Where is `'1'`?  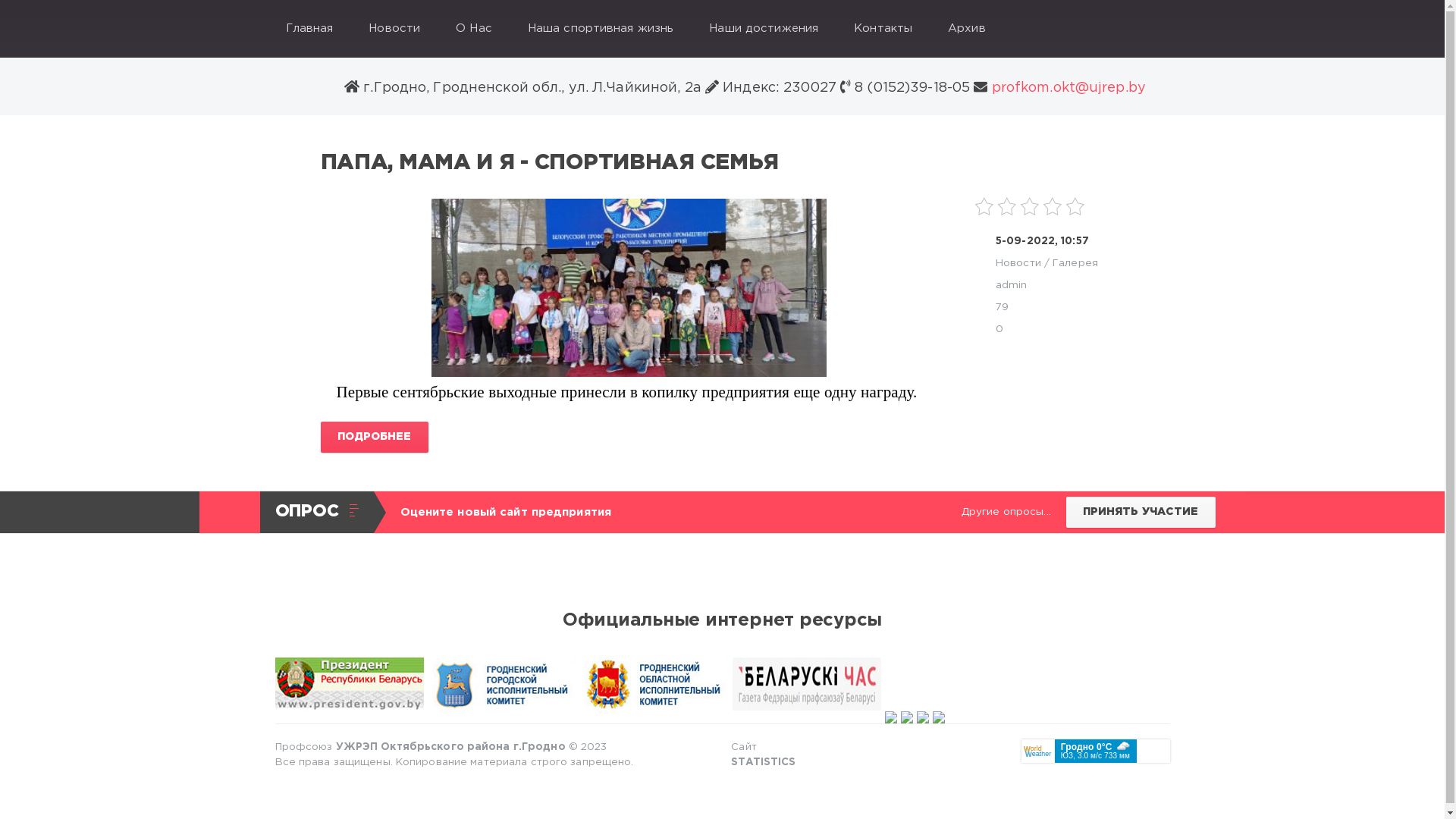 '1' is located at coordinates (984, 206).